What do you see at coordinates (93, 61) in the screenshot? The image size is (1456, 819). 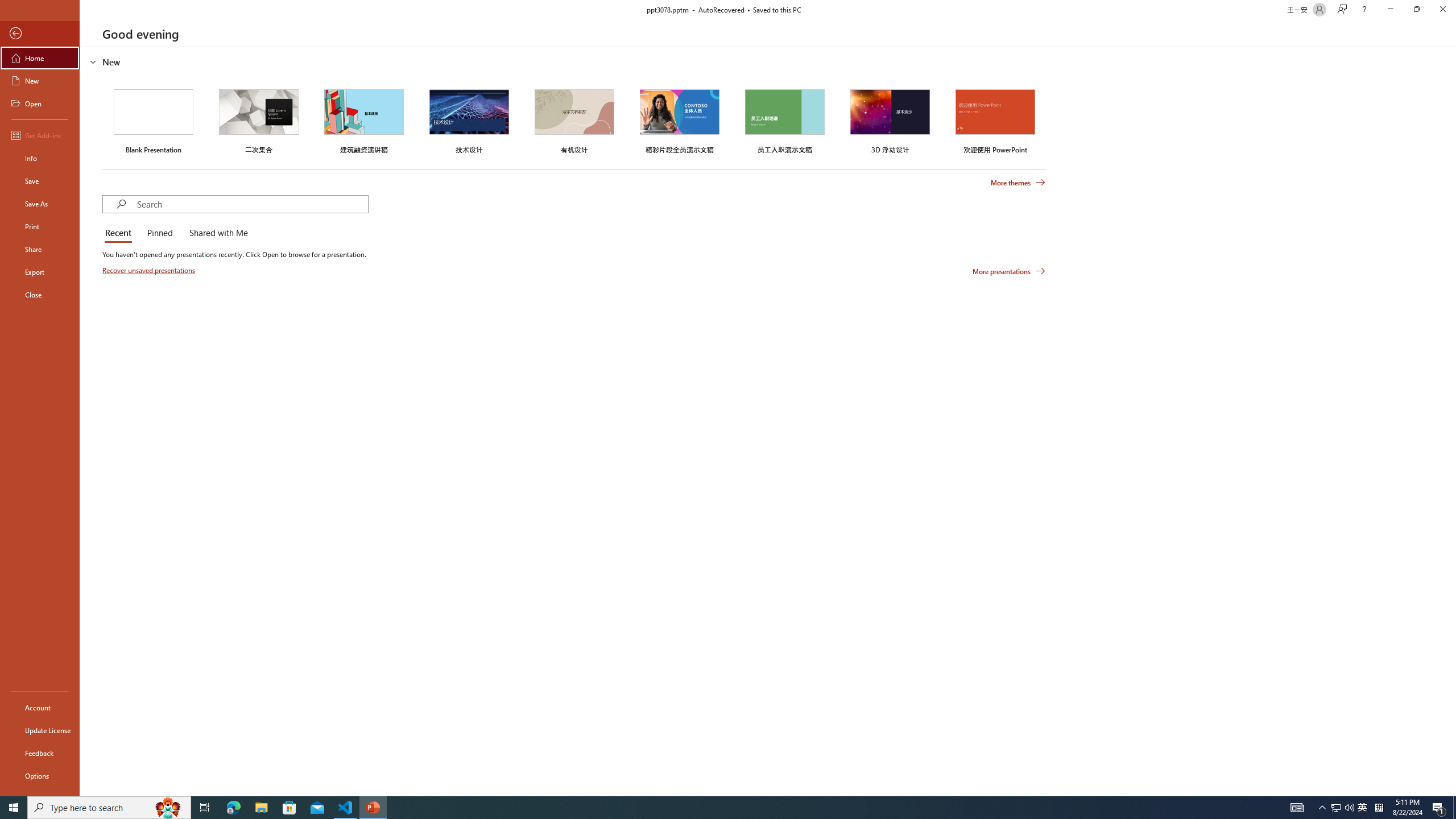 I see `'Hide or show region'` at bounding box center [93, 61].